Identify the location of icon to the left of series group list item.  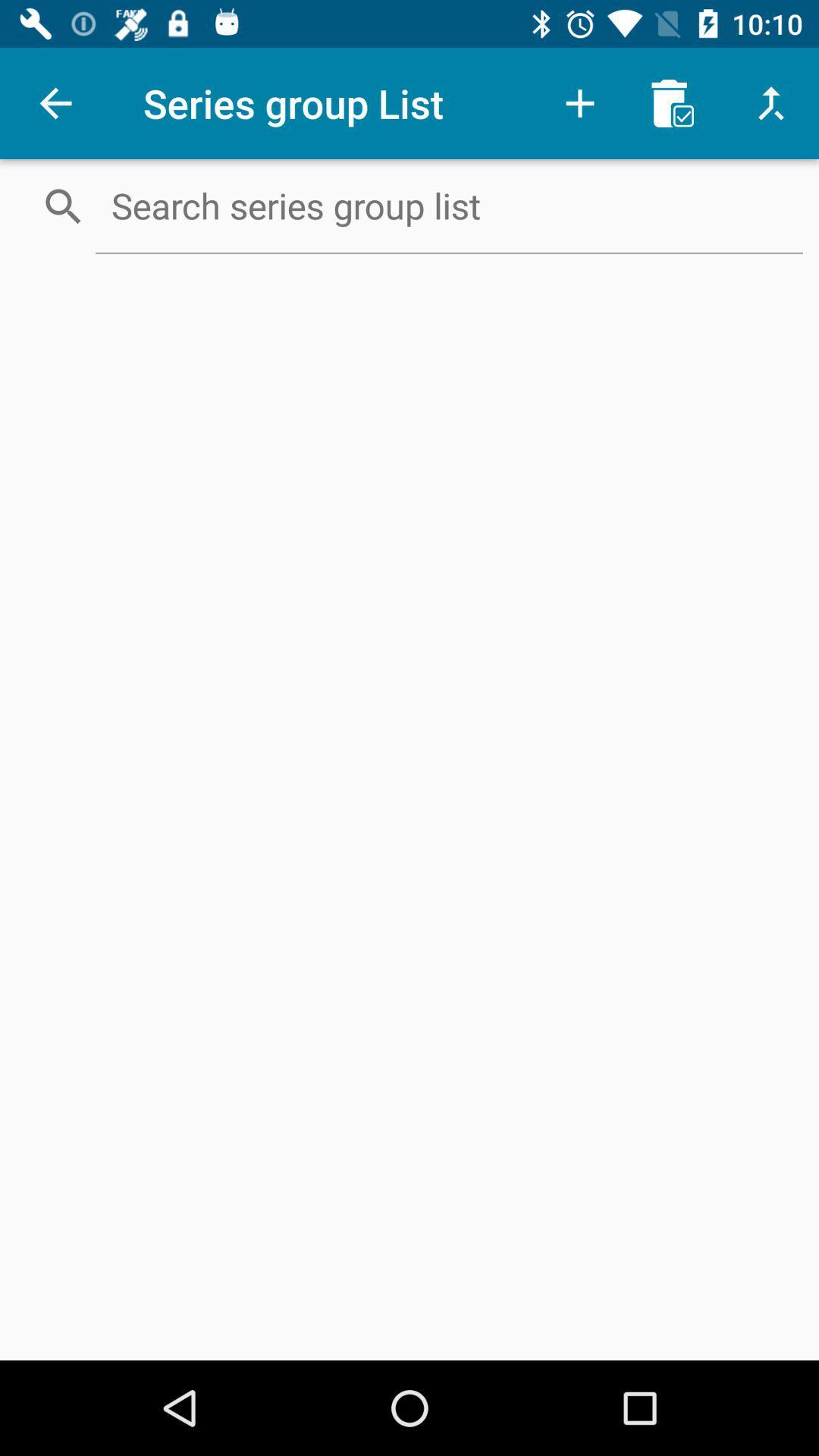
(55, 102).